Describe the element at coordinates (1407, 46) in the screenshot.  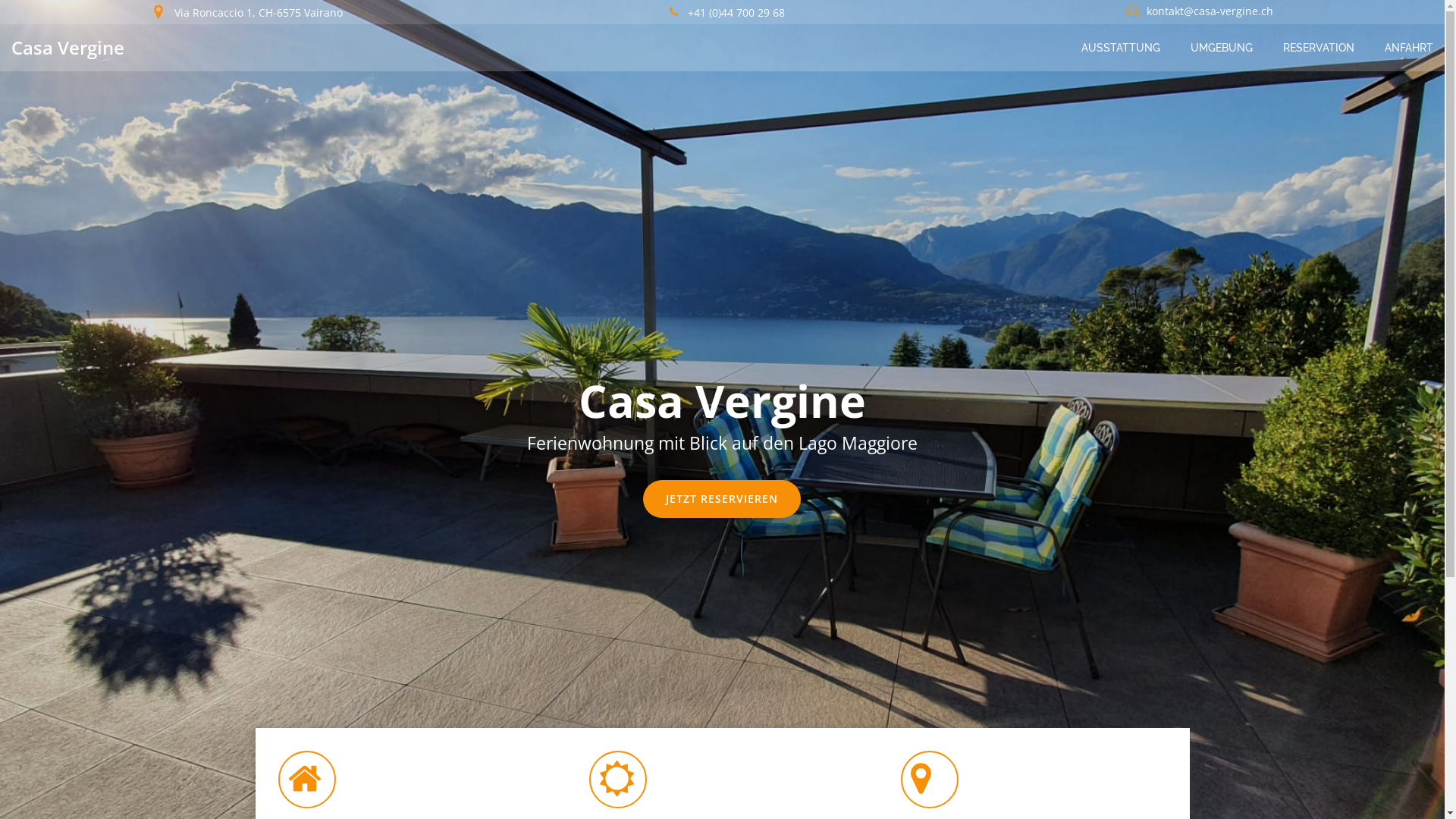
I see `'ANFAHRT'` at that location.